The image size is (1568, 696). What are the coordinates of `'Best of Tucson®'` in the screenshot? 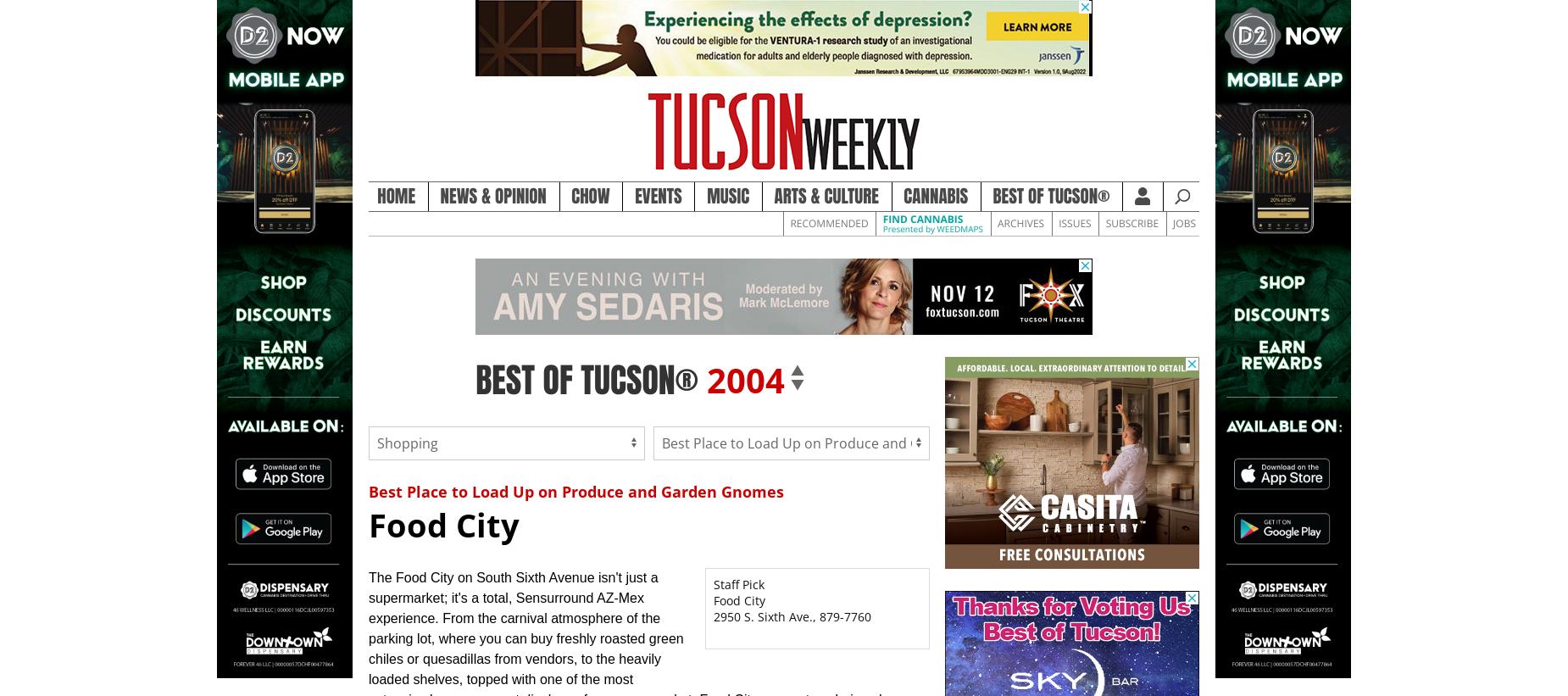 It's located at (1050, 196).